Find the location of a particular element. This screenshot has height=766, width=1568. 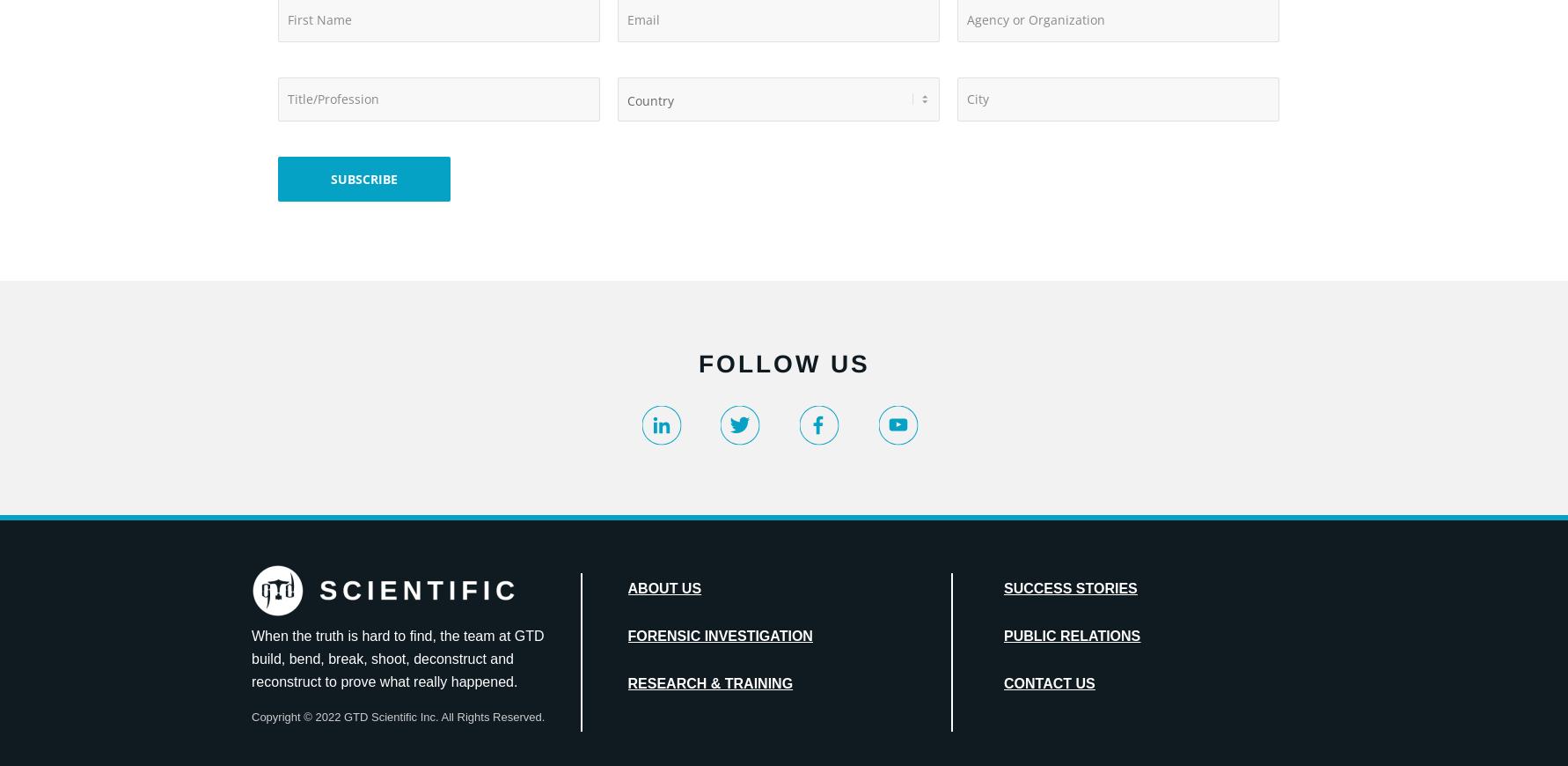

'Copyright' is located at coordinates (276, 716).